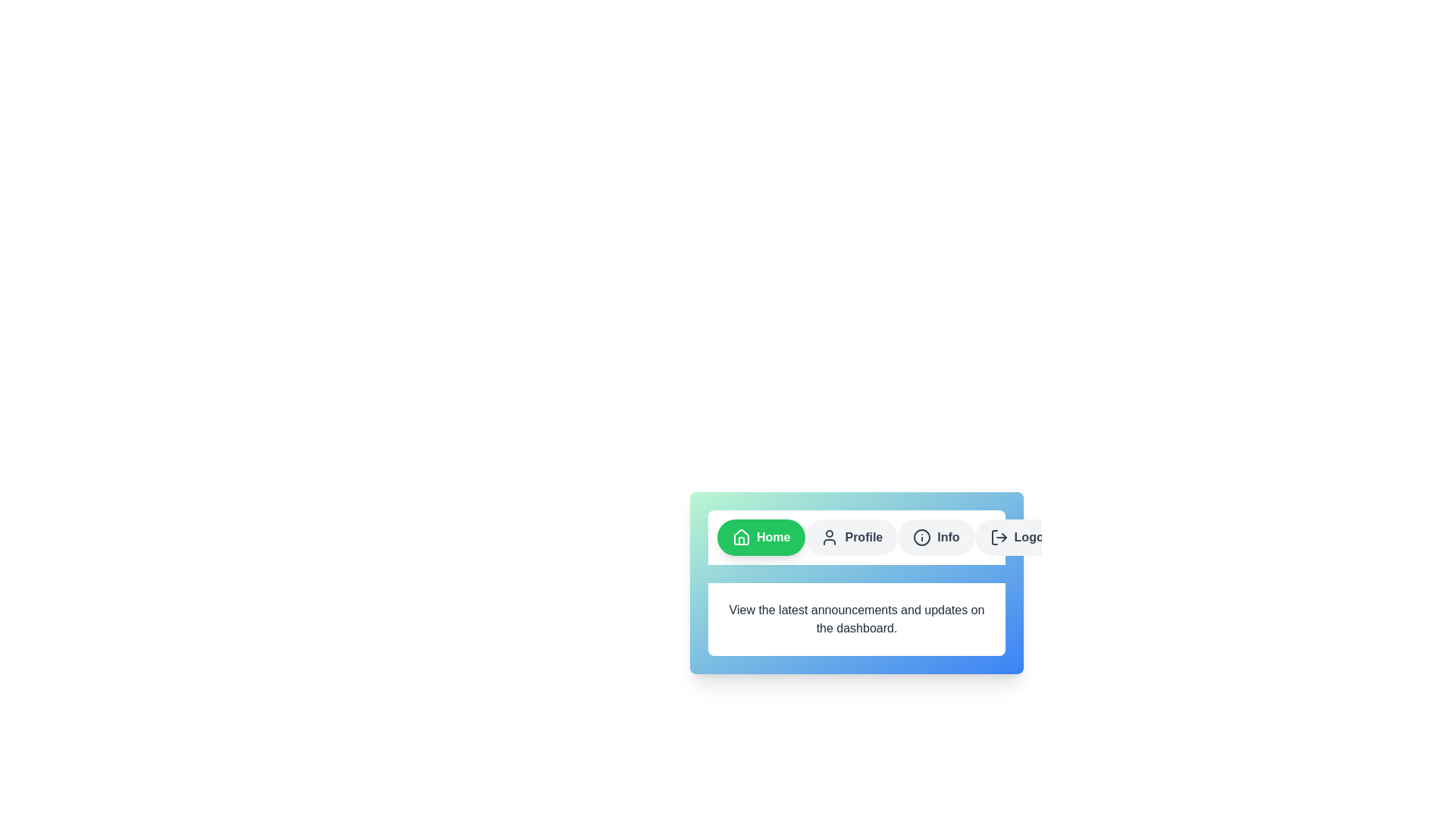  Describe the element at coordinates (935, 537) in the screenshot. I see `the third button in the horizontal menu located at the top center of the interface` at that location.